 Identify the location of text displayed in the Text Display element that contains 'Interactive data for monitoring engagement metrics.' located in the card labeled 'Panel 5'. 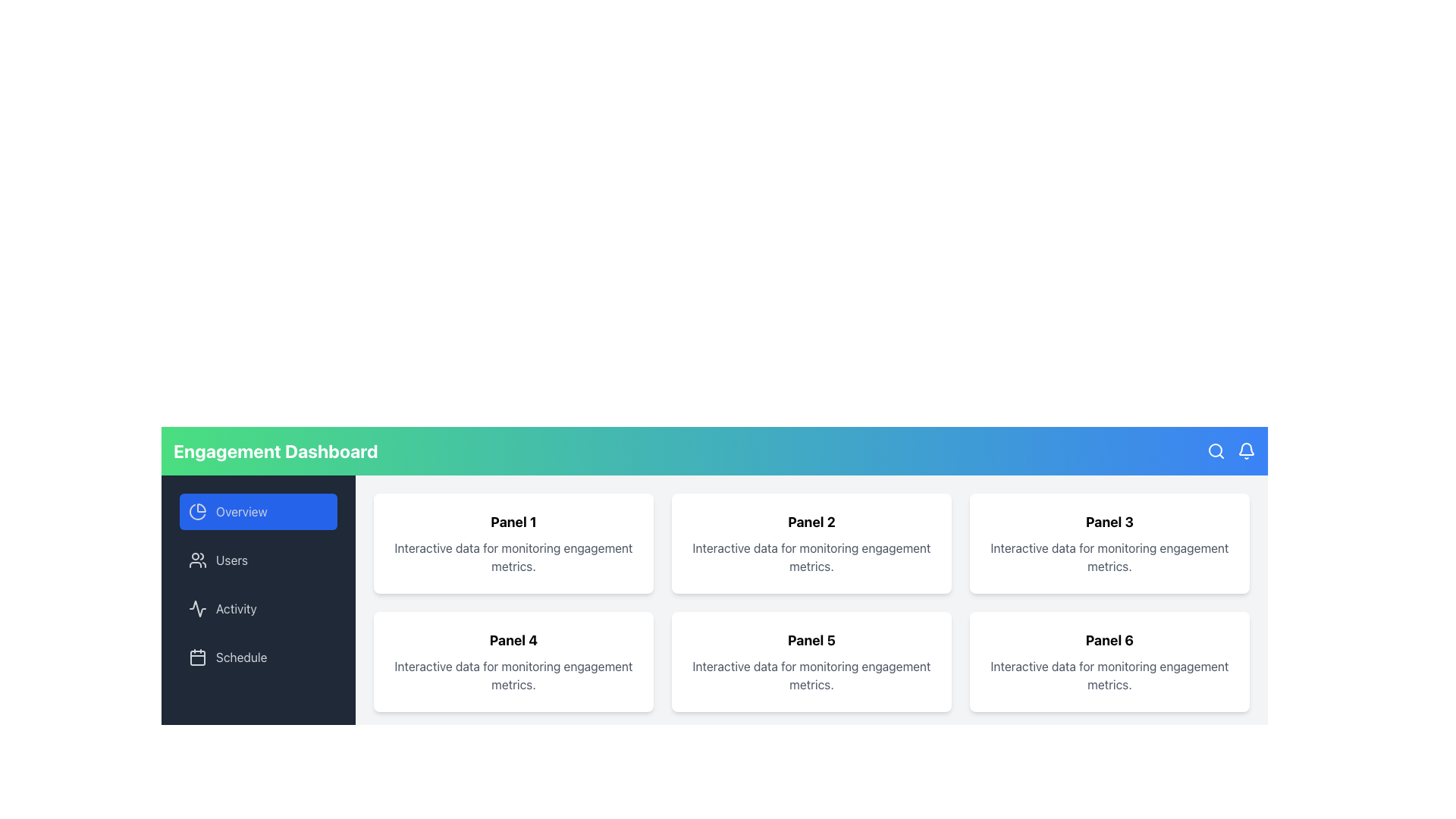
(811, 675).